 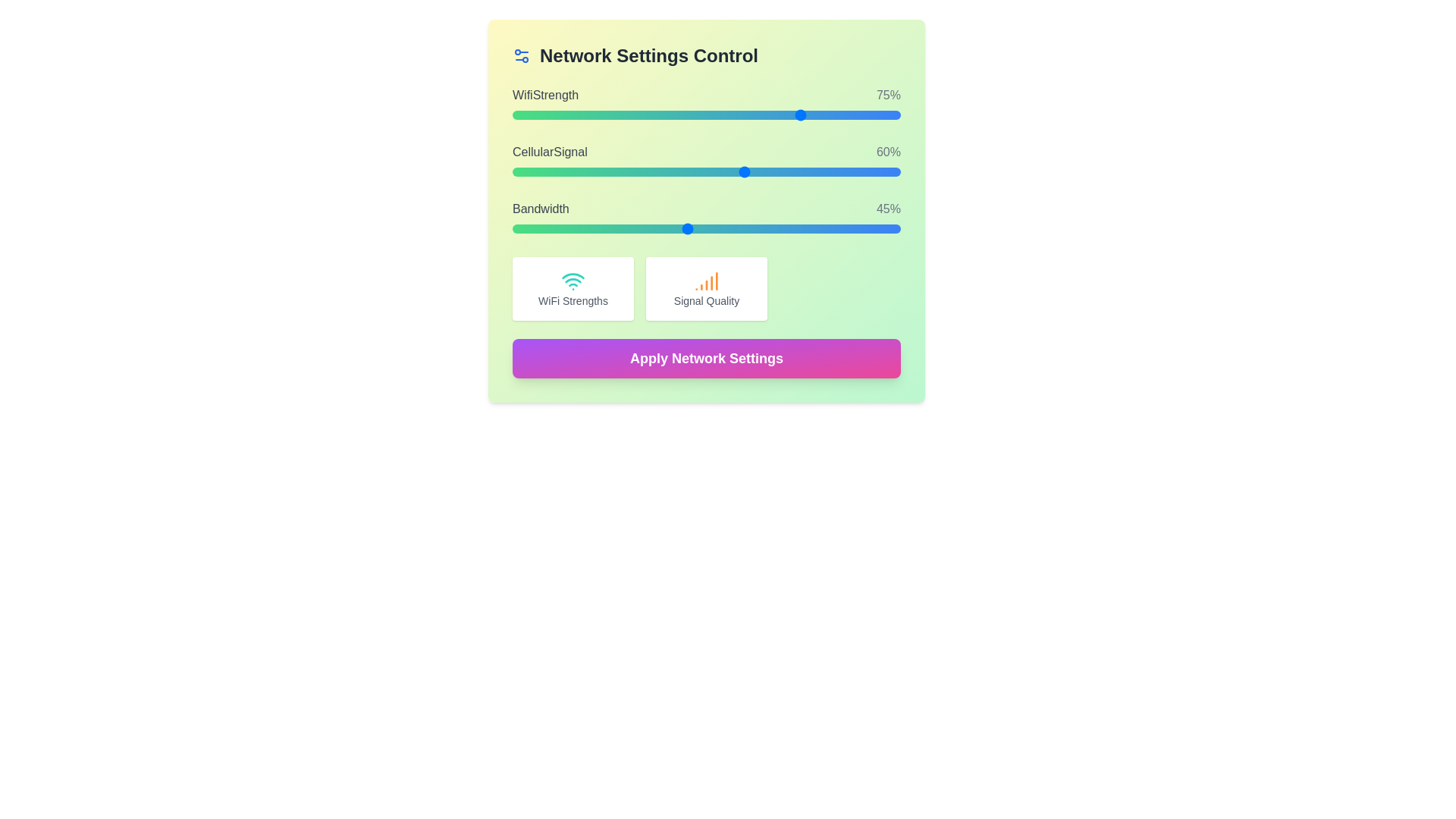 I want to click on the Cellular Signal slider, so click(x=589, y=171).